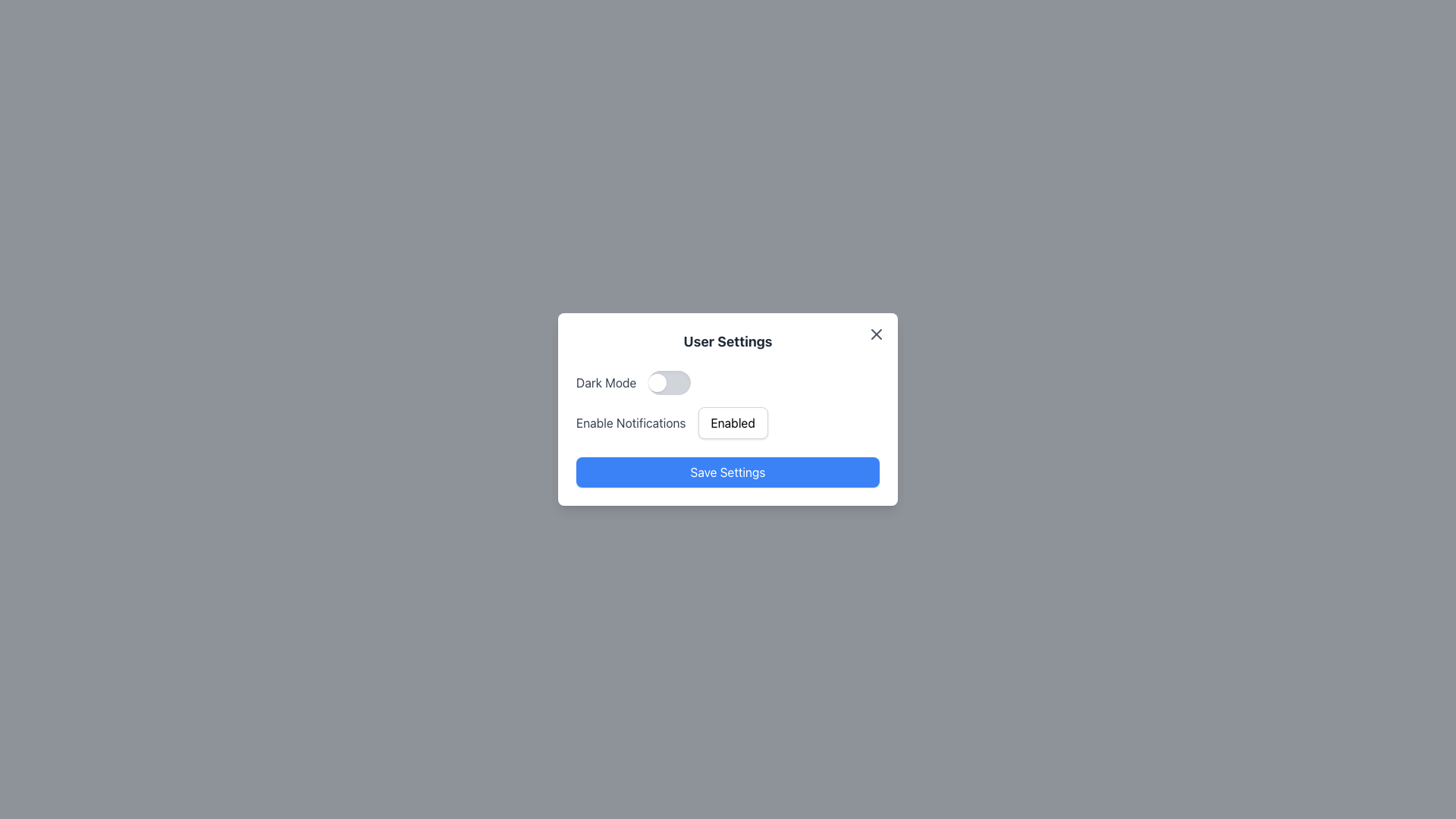 The image size is (1456, 819). Describe the element at coordinates (728, 423) in the screenshot. I see `the 'Enabled' button on the 'Enable Notifications' toggle to change the notification setting` at that location.